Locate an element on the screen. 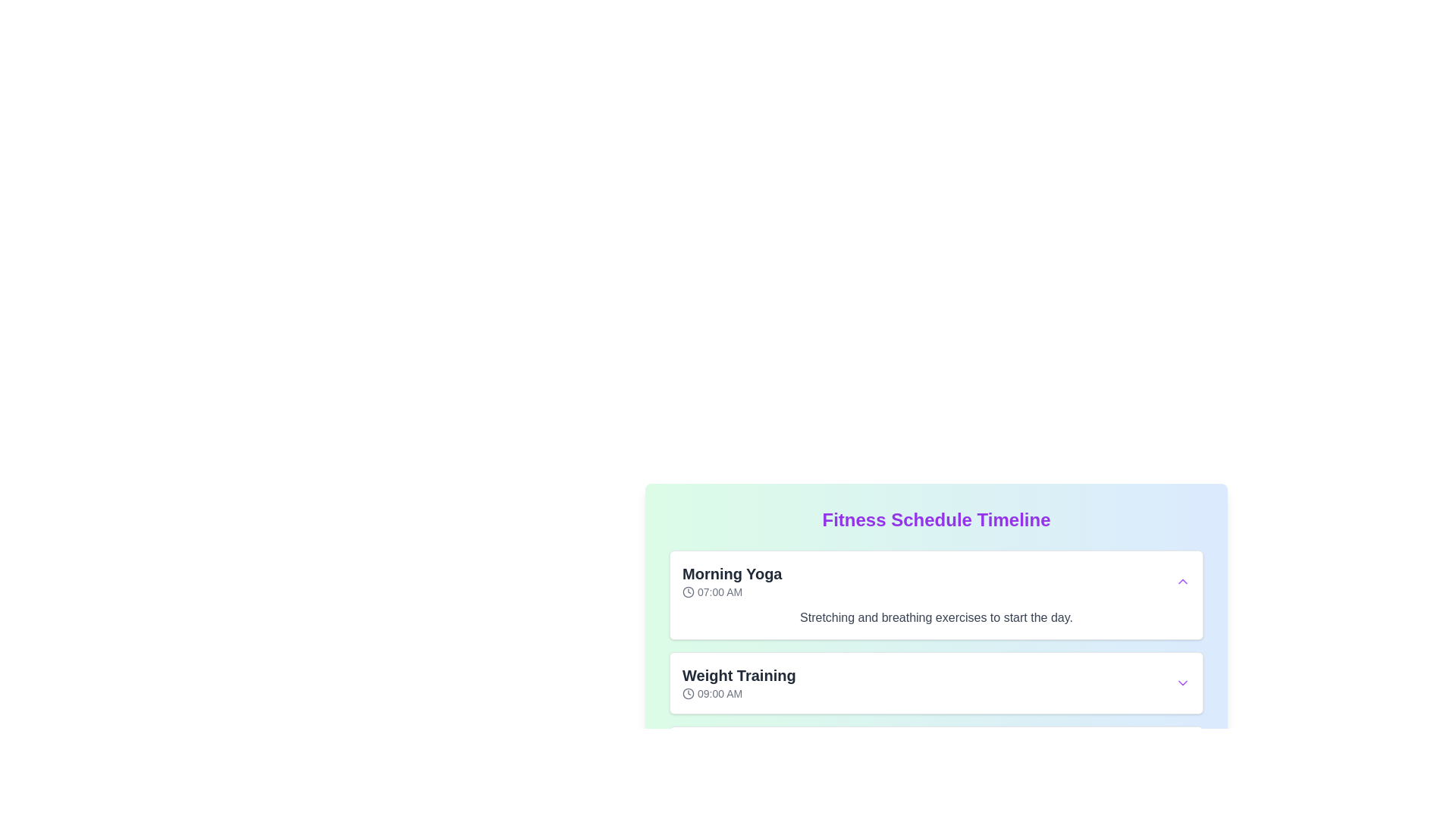 The image size is (1456, 819). text displayed in the Text Label element showing the time string '09:00 AM', which is located below the 'Weight Training' title is located at coordinates (739, 693).